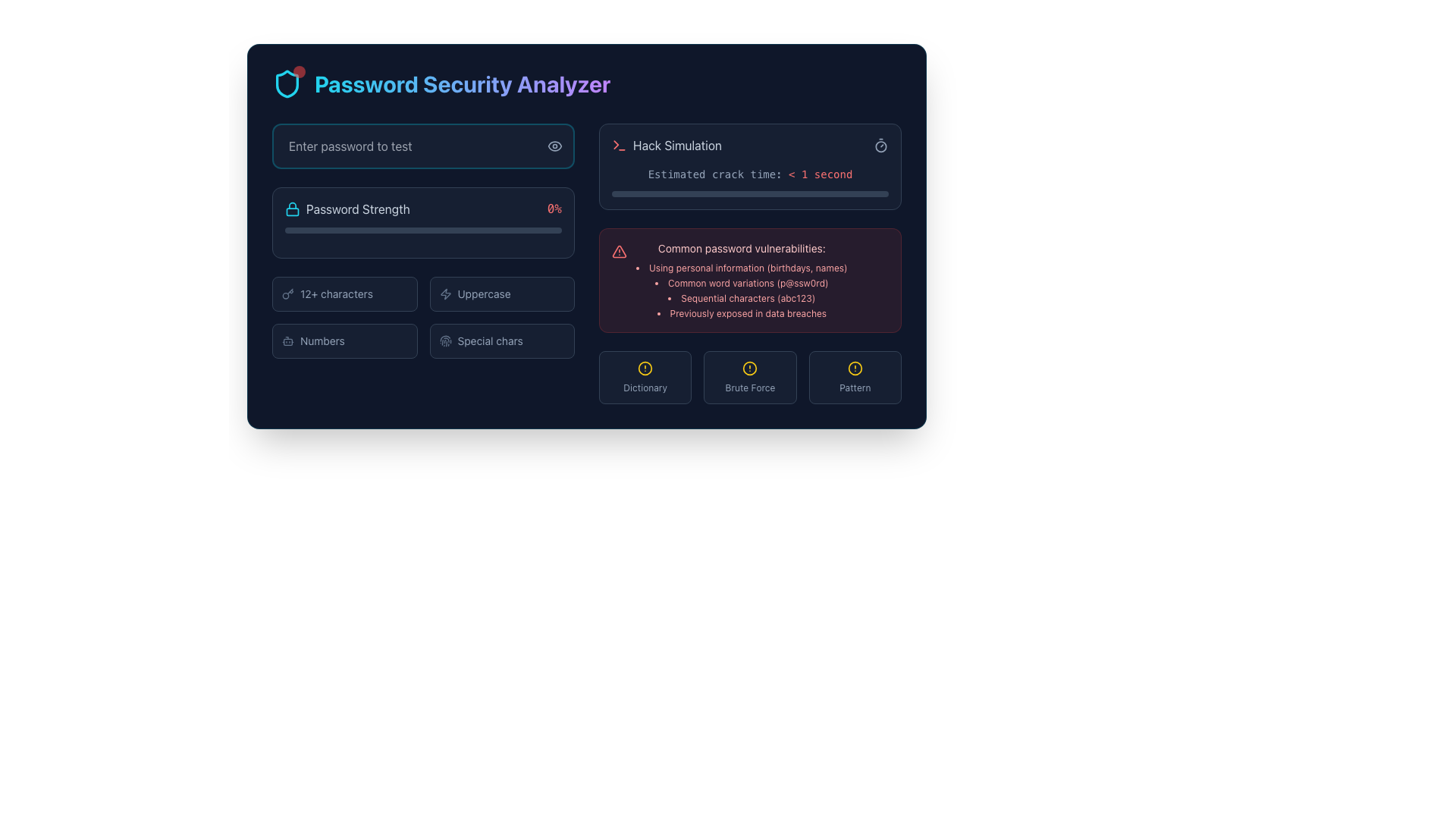 This screenshot has height=819, width=1456. Describe the element at coordinates (292, 212) in the screenshot. I see `the rectangular graphical shape resembling a mini lock body, which is part of the lock icon located to the left of the 'Password Strength' text` at that location.